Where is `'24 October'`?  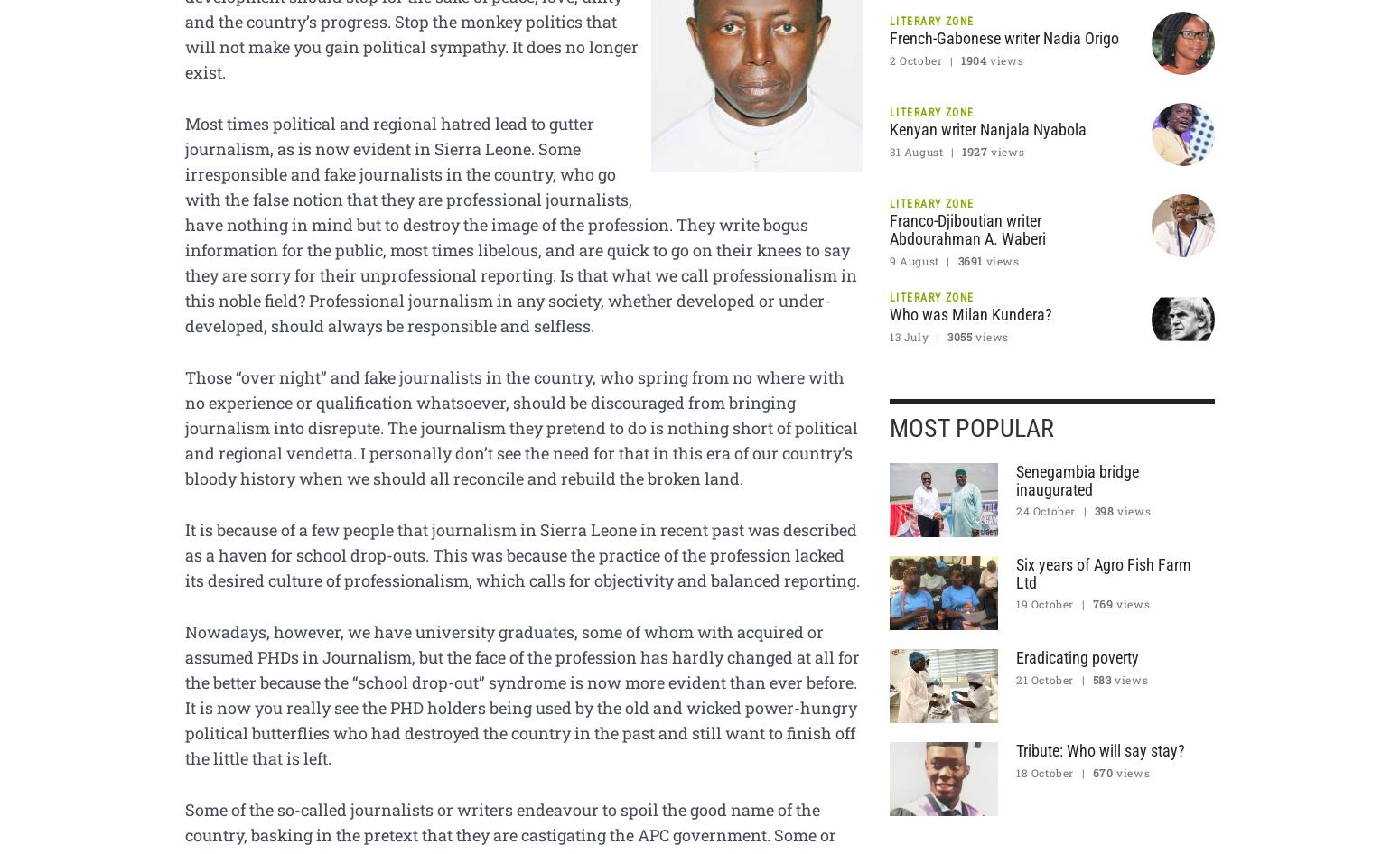 '24 October' is located at coordinates (1045, 509).